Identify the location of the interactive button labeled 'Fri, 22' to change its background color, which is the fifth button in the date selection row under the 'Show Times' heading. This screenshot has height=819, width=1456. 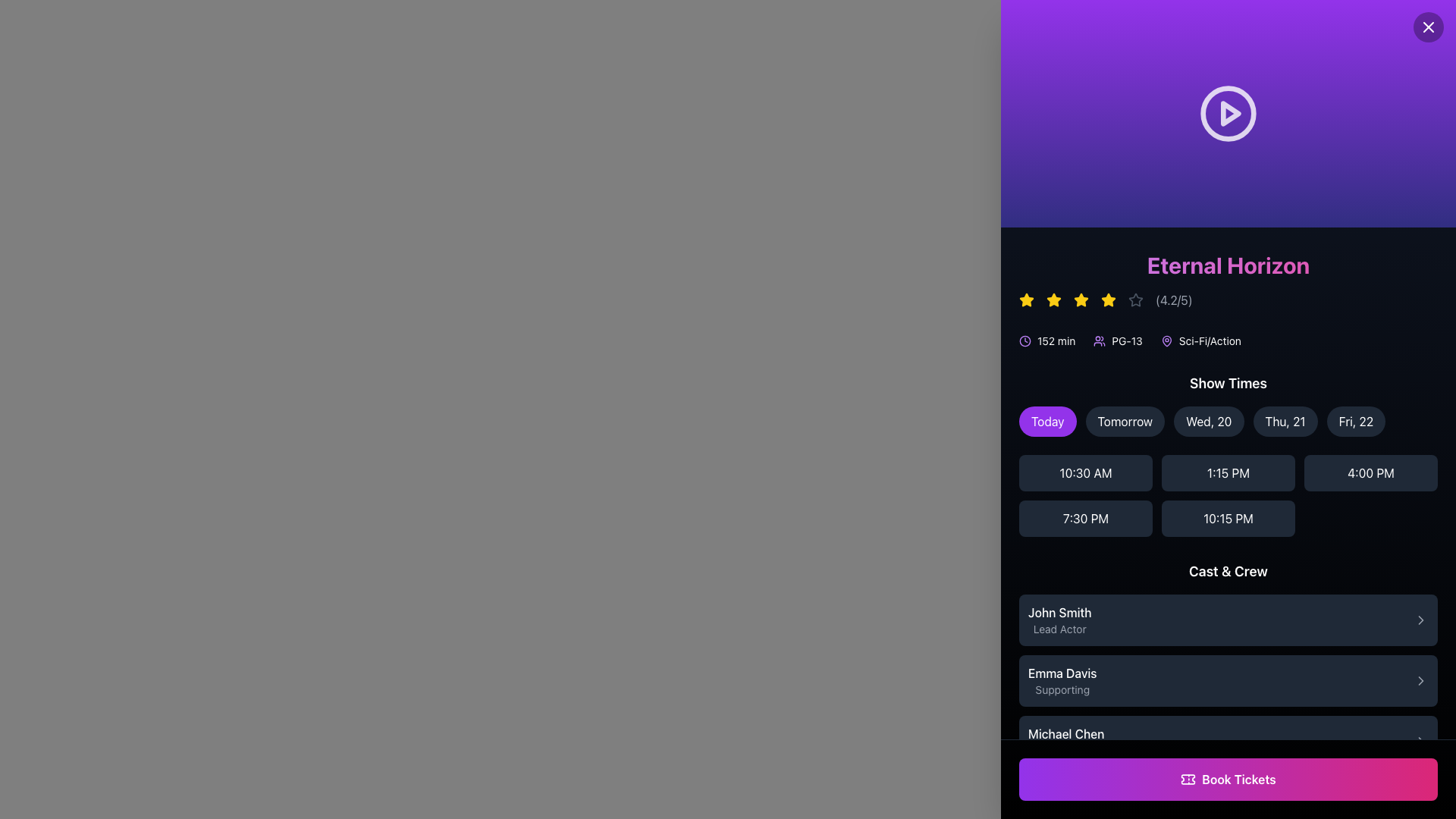
(1356, 421).